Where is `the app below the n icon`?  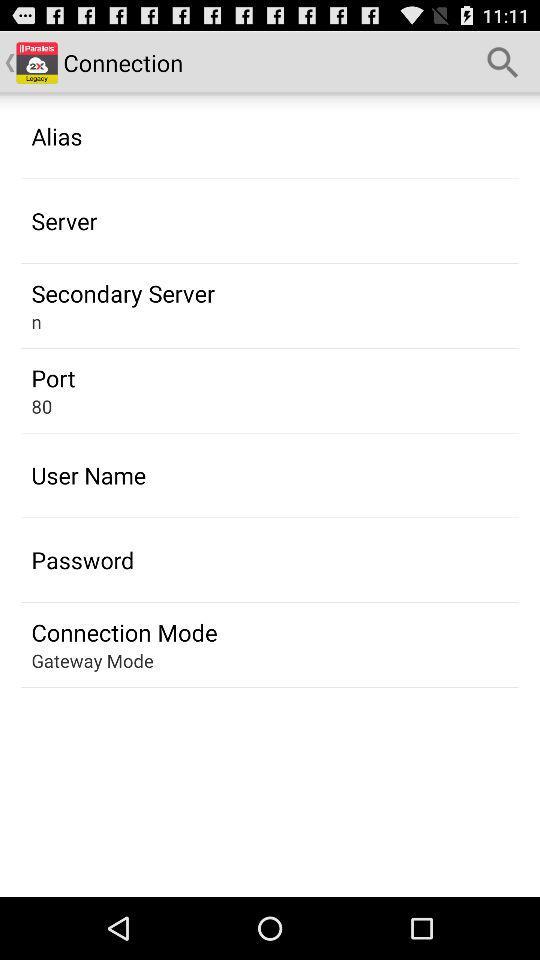
the app below the n icon is located at coordinates (53, 377).